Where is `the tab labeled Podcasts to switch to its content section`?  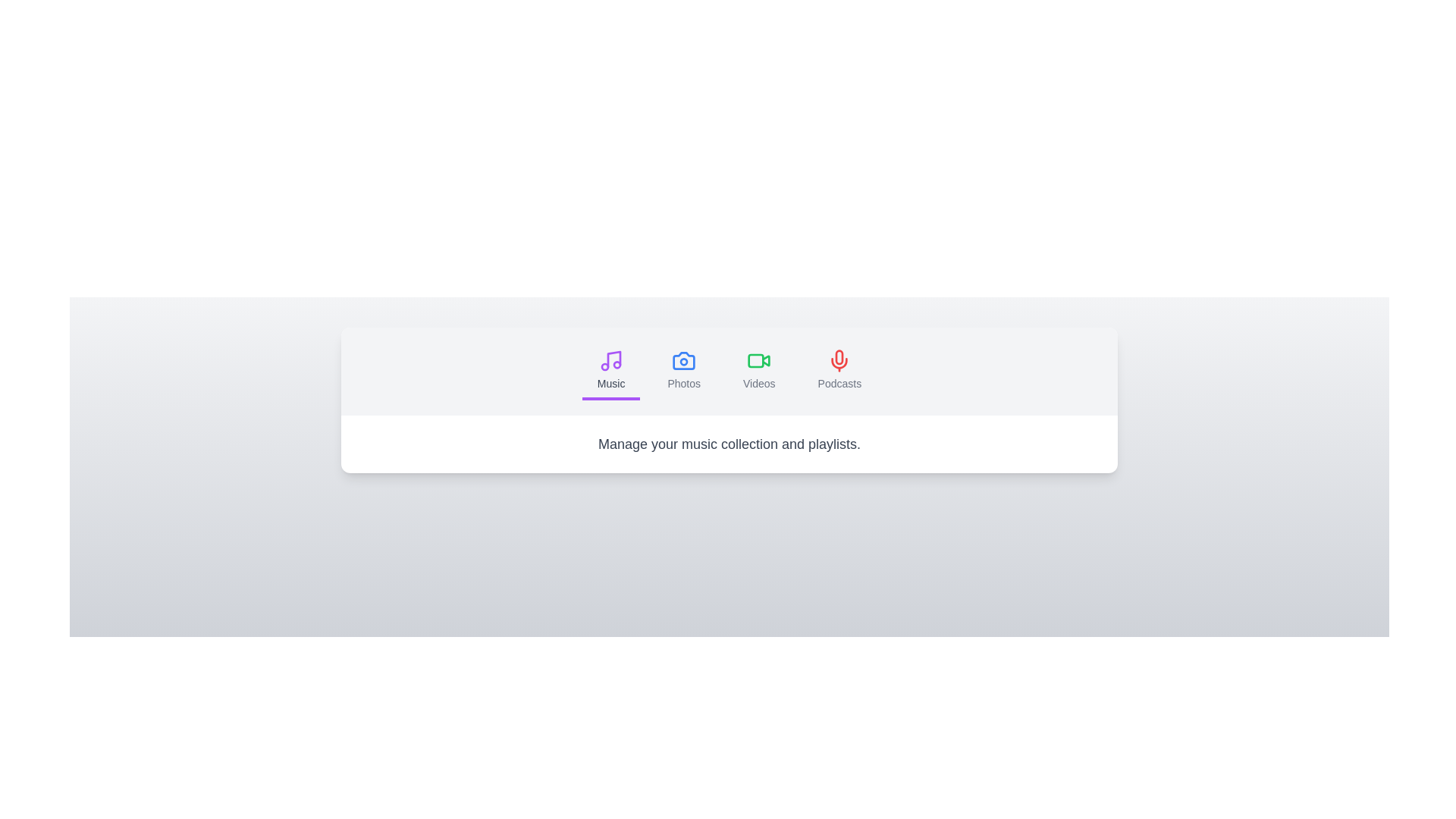
the tab labeled Podcasts to switch to its content section is located at coordinates (839, 371).